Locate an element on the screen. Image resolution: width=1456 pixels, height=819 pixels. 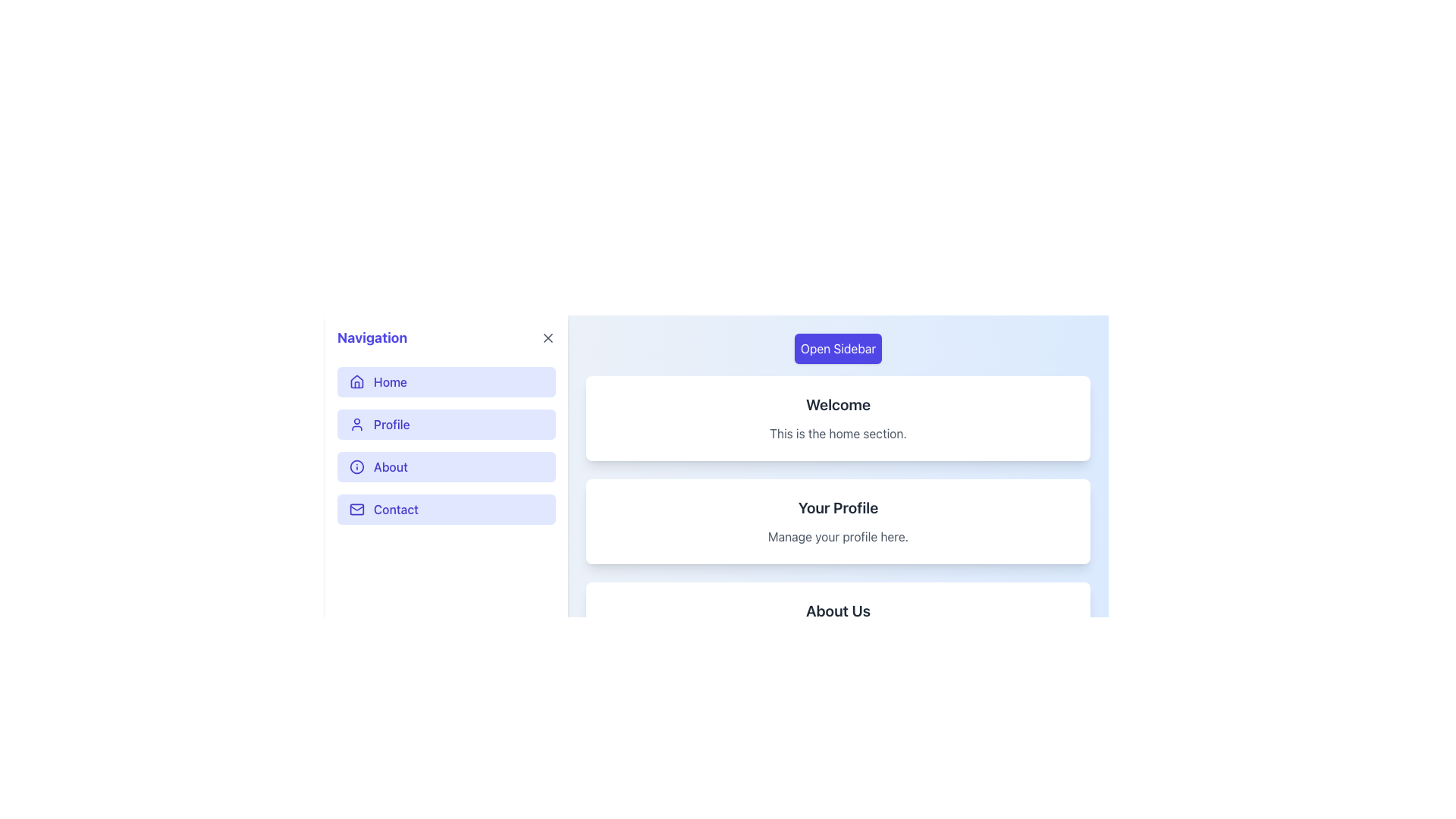
the 'Home' navigation button is located at coordinates (446, 381).